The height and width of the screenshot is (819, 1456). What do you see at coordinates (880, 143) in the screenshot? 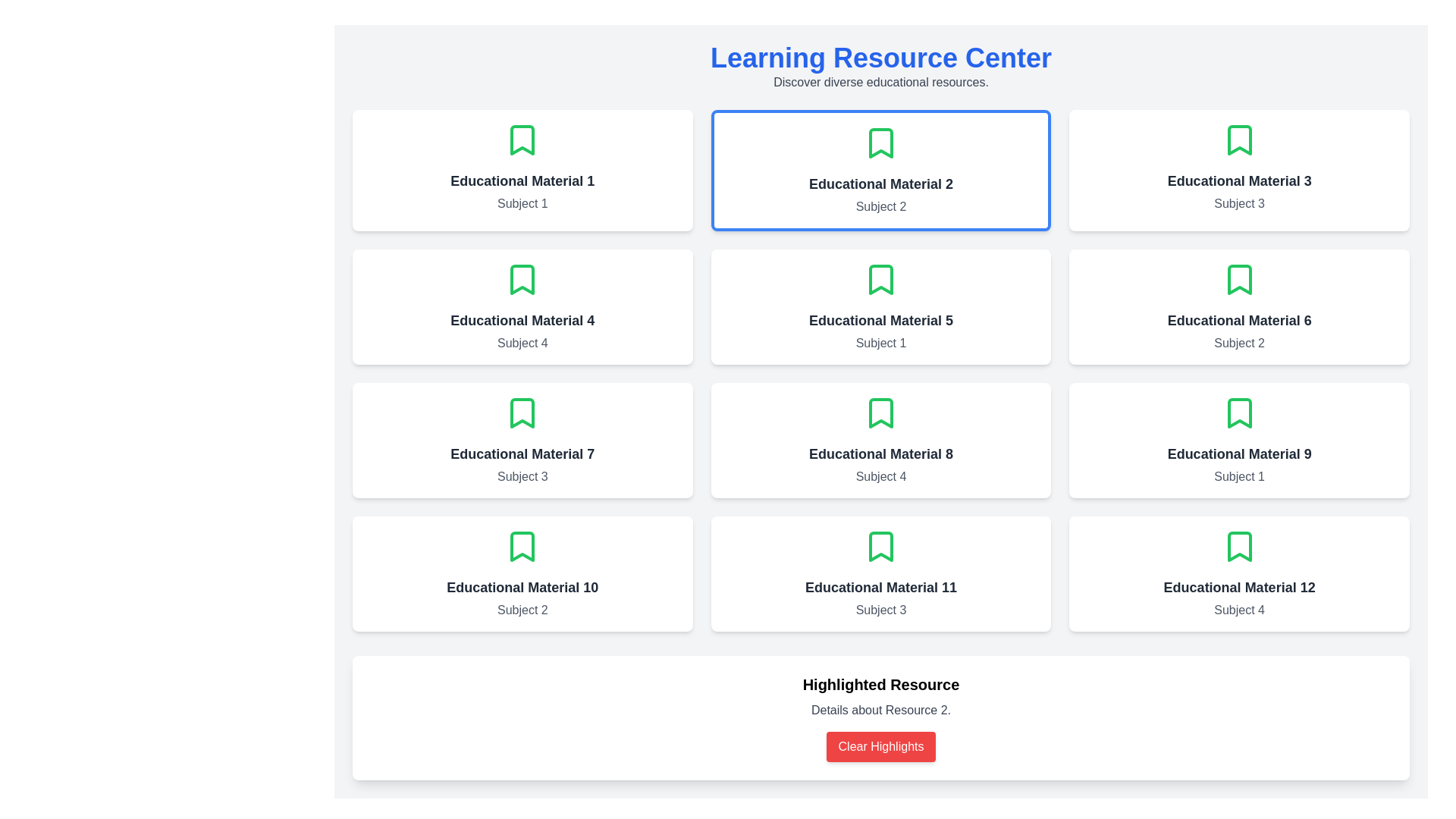
I see `the icon located at the top center of the card labeled 'Educational Material 2', which serves as a visual identifier for bookmarking the associated material` at bounding box center [880, 143].